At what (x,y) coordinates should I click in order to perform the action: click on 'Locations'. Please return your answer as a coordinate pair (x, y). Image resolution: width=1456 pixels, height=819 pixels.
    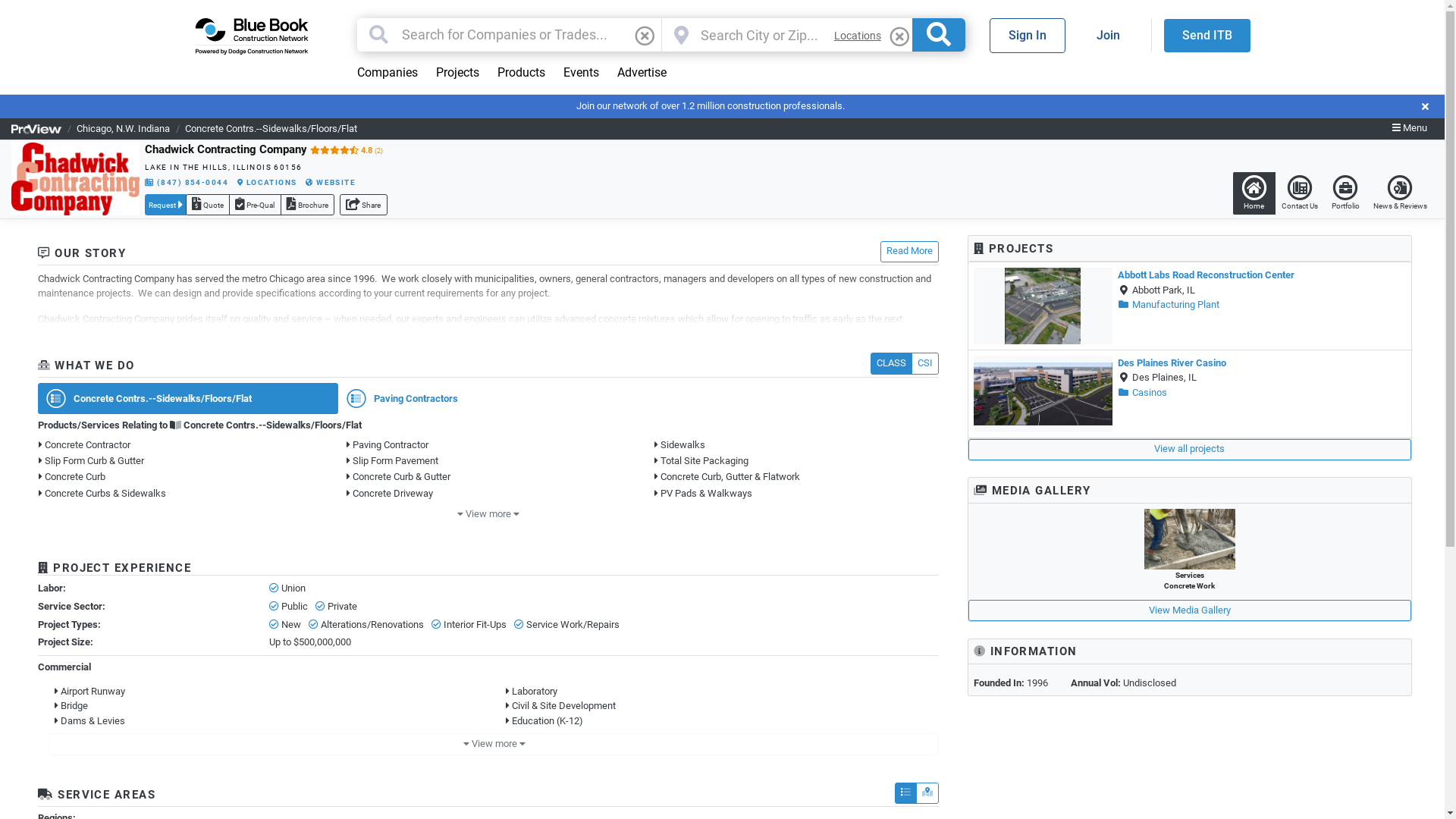
    Looking at the image, I should click on (858, 35).